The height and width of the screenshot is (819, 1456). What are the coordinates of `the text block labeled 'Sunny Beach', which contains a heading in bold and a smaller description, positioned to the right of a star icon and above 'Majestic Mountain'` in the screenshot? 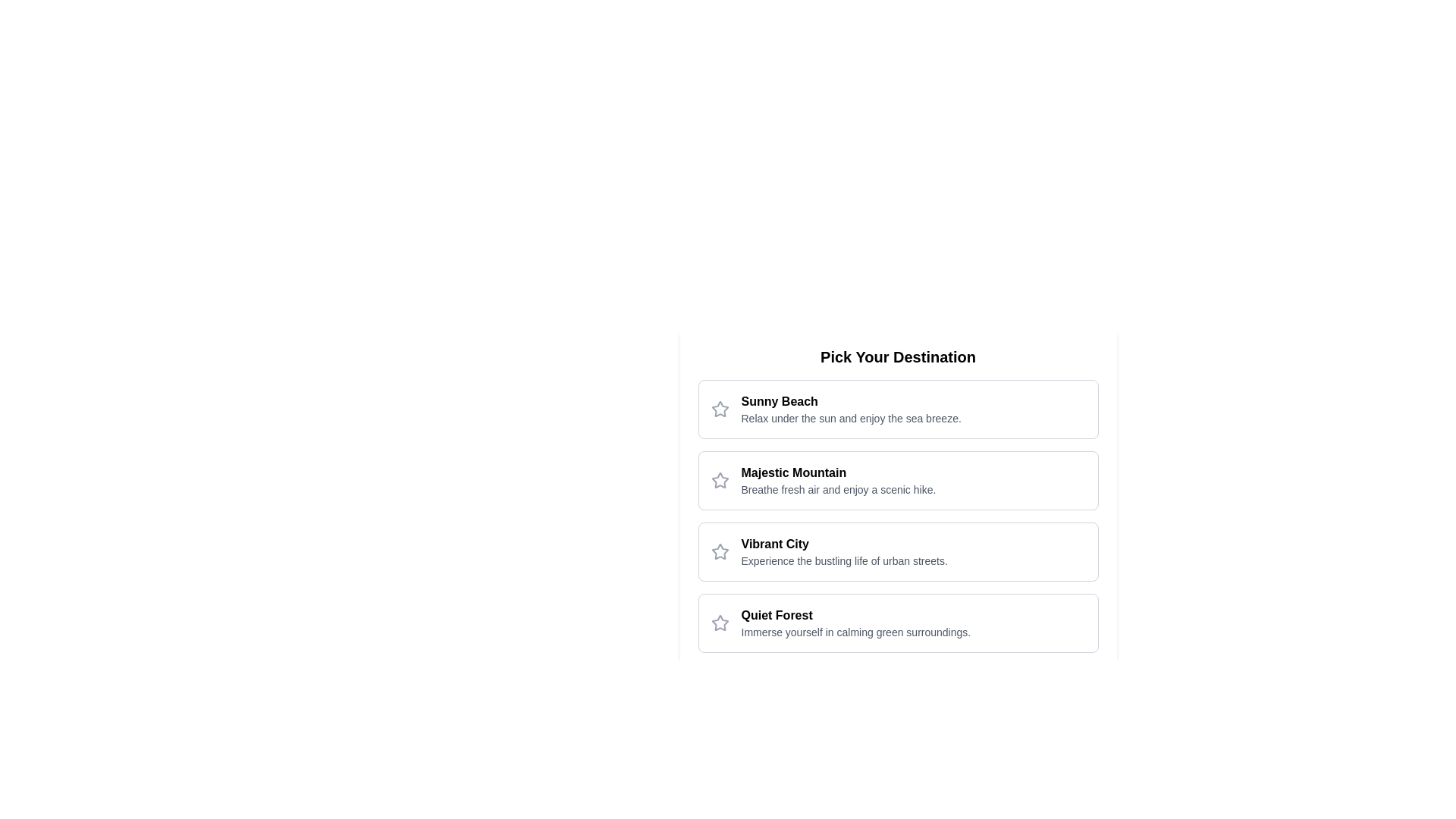 It's located at (851, 409).